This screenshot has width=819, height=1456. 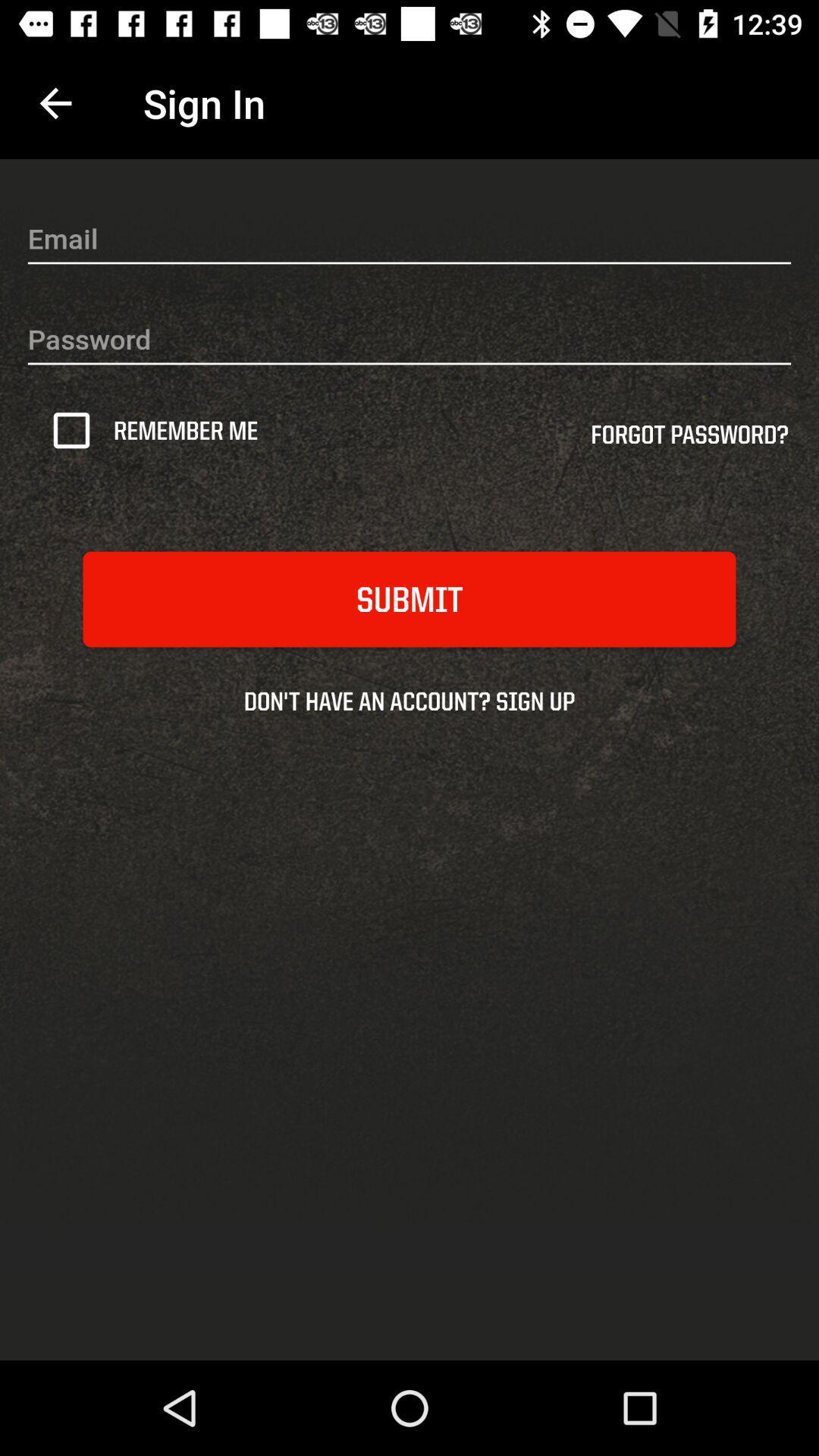 What do you see at coordinates (77, 429) in the screenshot?
I see `the icon next to the remember me icon` at bounding box center [77, 429].